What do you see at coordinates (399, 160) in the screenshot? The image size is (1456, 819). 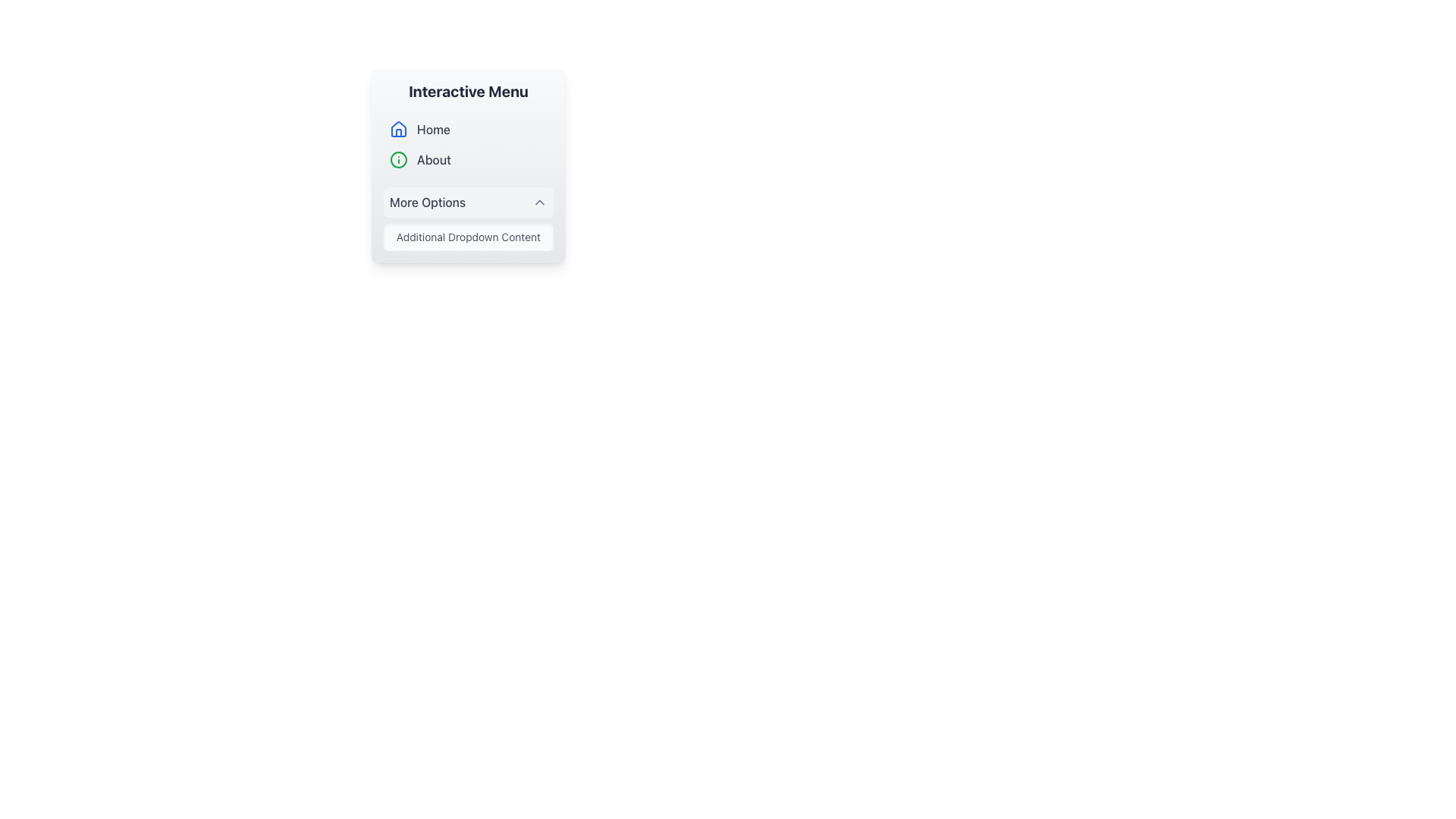 I see `the circular SVG shape that represents the 'About' icon in the menu by clicking on it` at bounding box center [399, 160].